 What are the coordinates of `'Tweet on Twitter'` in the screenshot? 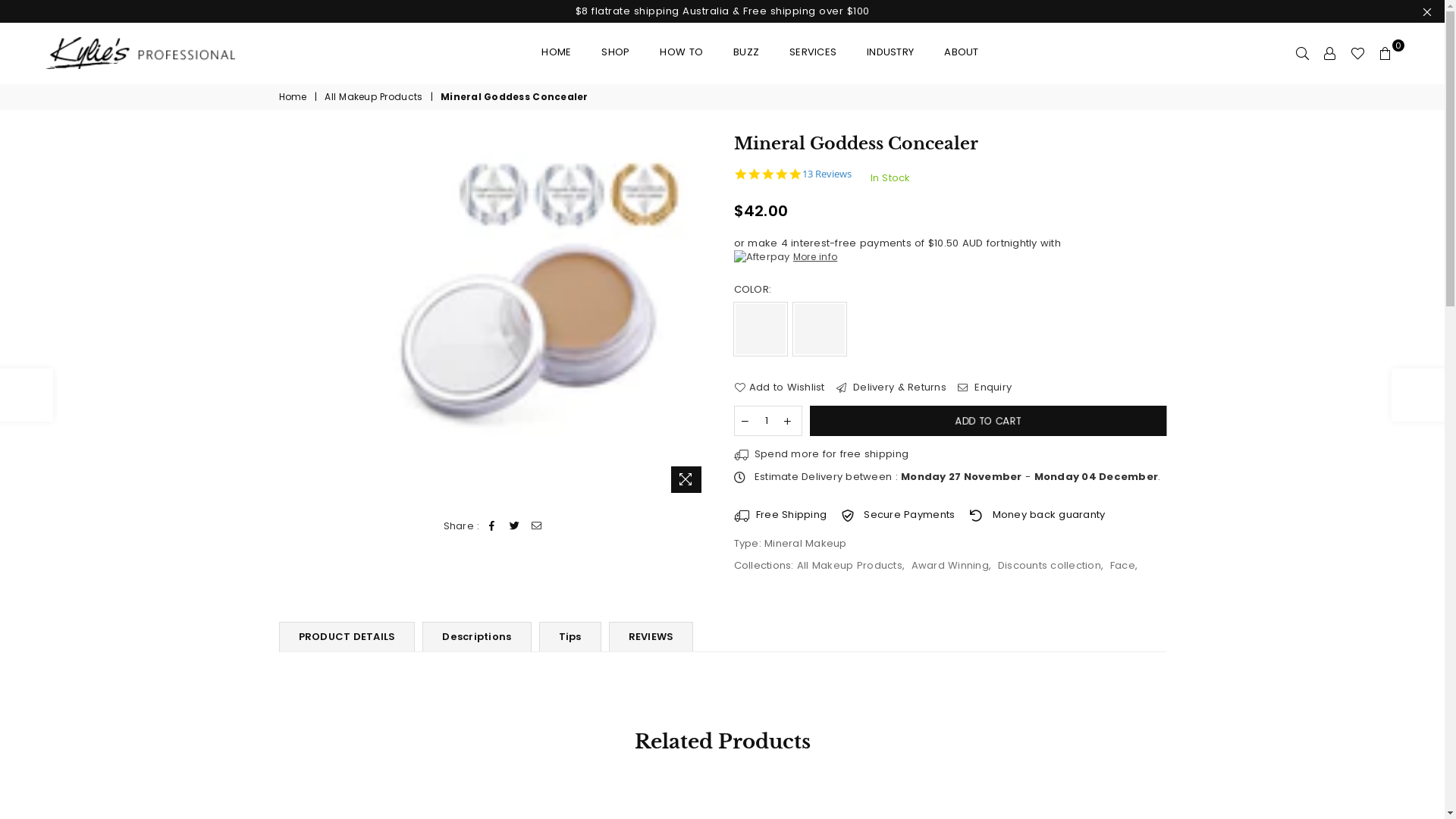 It's located at (514, 526).